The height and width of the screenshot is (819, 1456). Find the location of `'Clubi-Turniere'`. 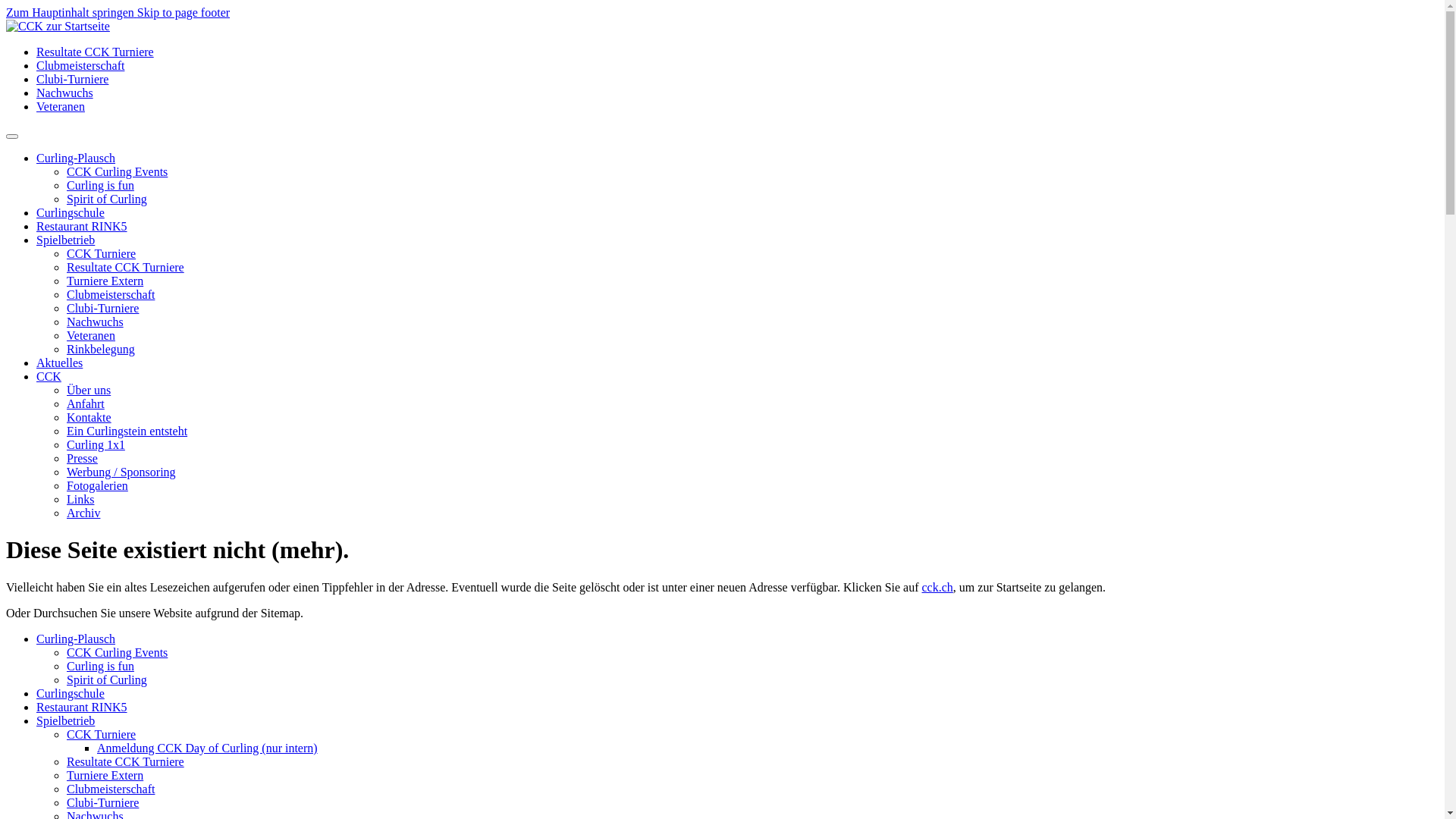

'Clubi-Turniere' is located at coordinates (71, 79).